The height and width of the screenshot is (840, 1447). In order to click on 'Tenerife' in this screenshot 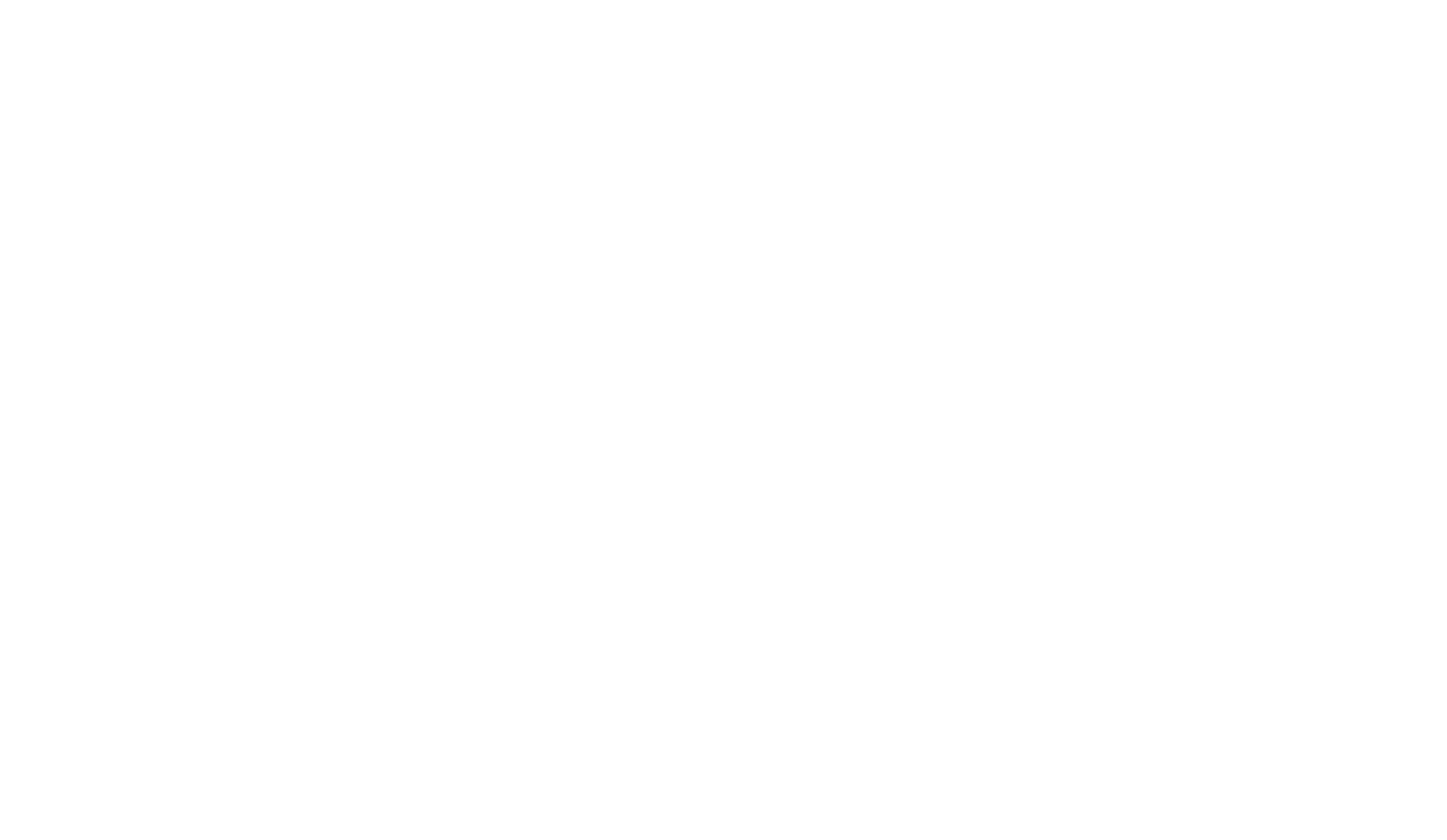, I will do `click(1097, 73)`.